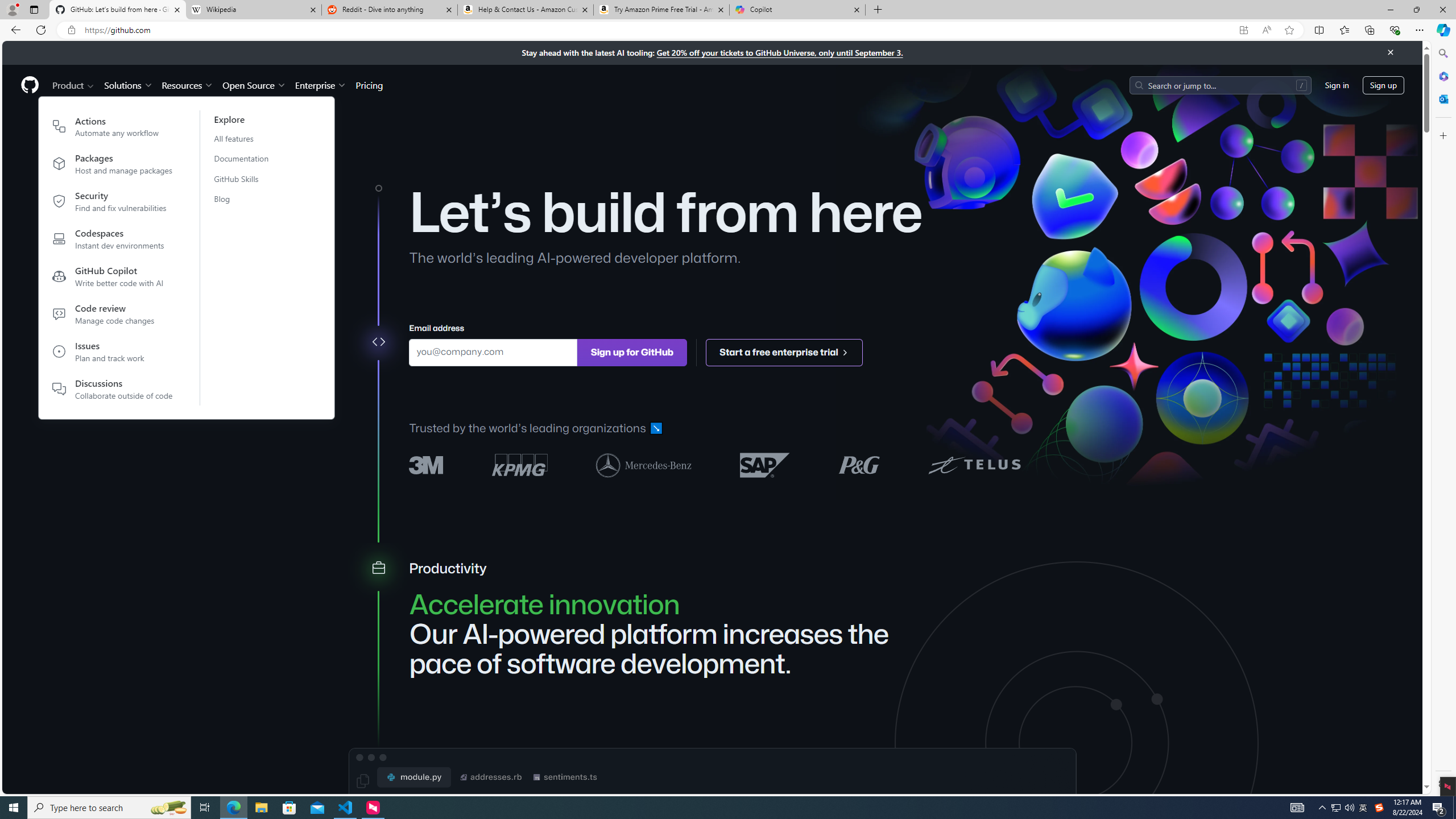 The image size is (1456, 819). I want to click on 'P&G logo', so click(858, 464).